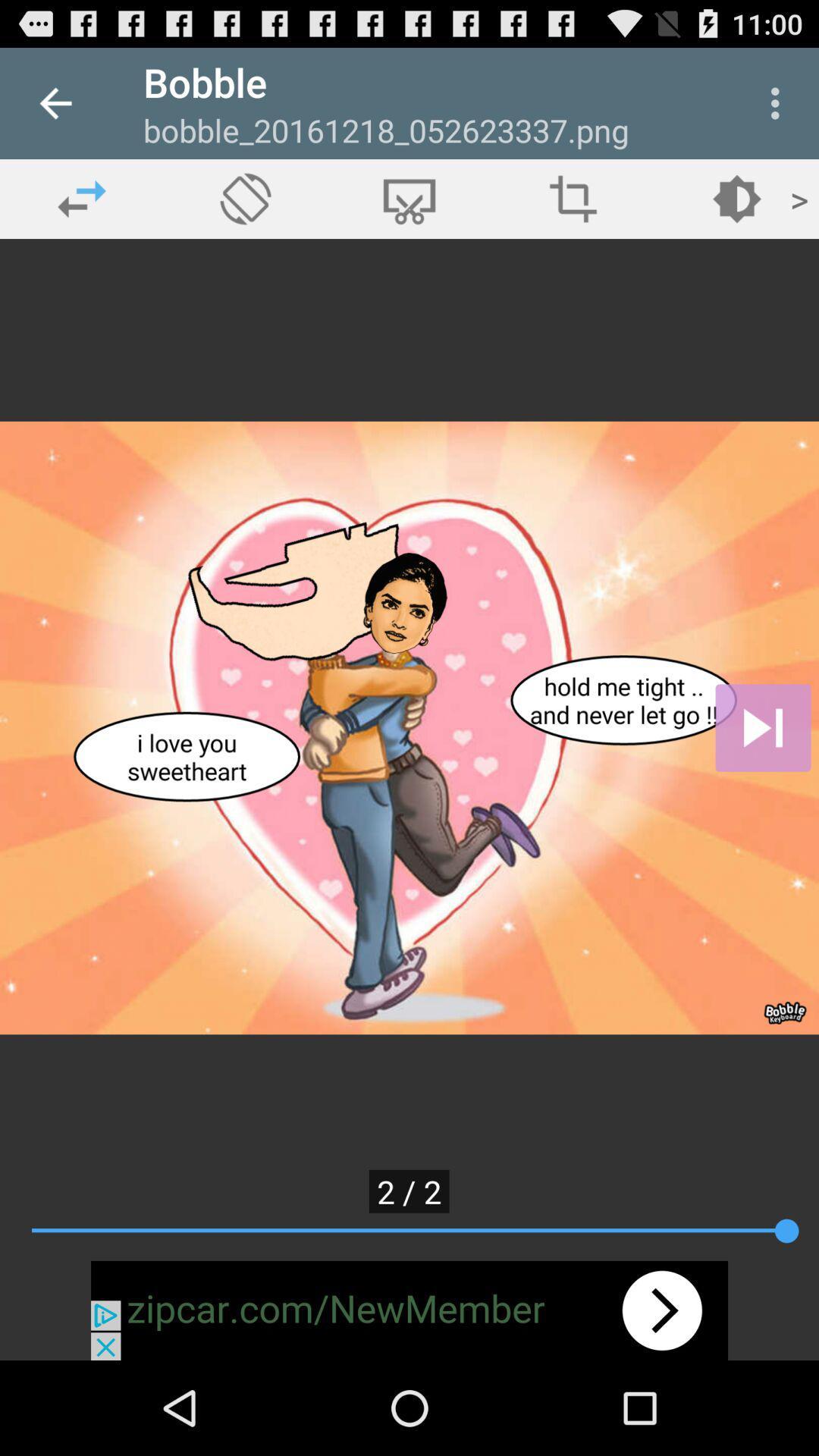 The image size is (819, 1456). Describe the element at coordinates (245, 198) in the screenshot. I see `turn screen alignment` at that location.